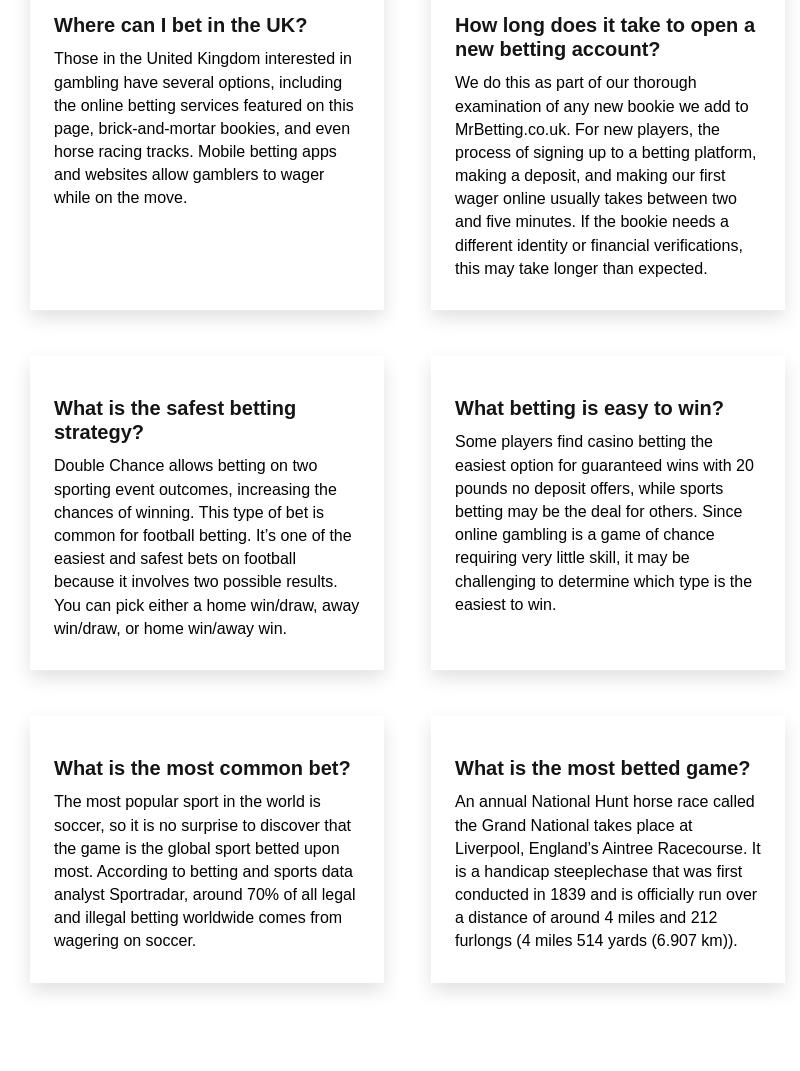  I want to click on 'Those in the United Kingdom interested in gambling have several options, including the online betting services featured on this page, brick-and-mortar bookies, and even horse racing tracks. Mobile betting apps and websites allow gamblers to wager while on the move.', so click(203, 127).